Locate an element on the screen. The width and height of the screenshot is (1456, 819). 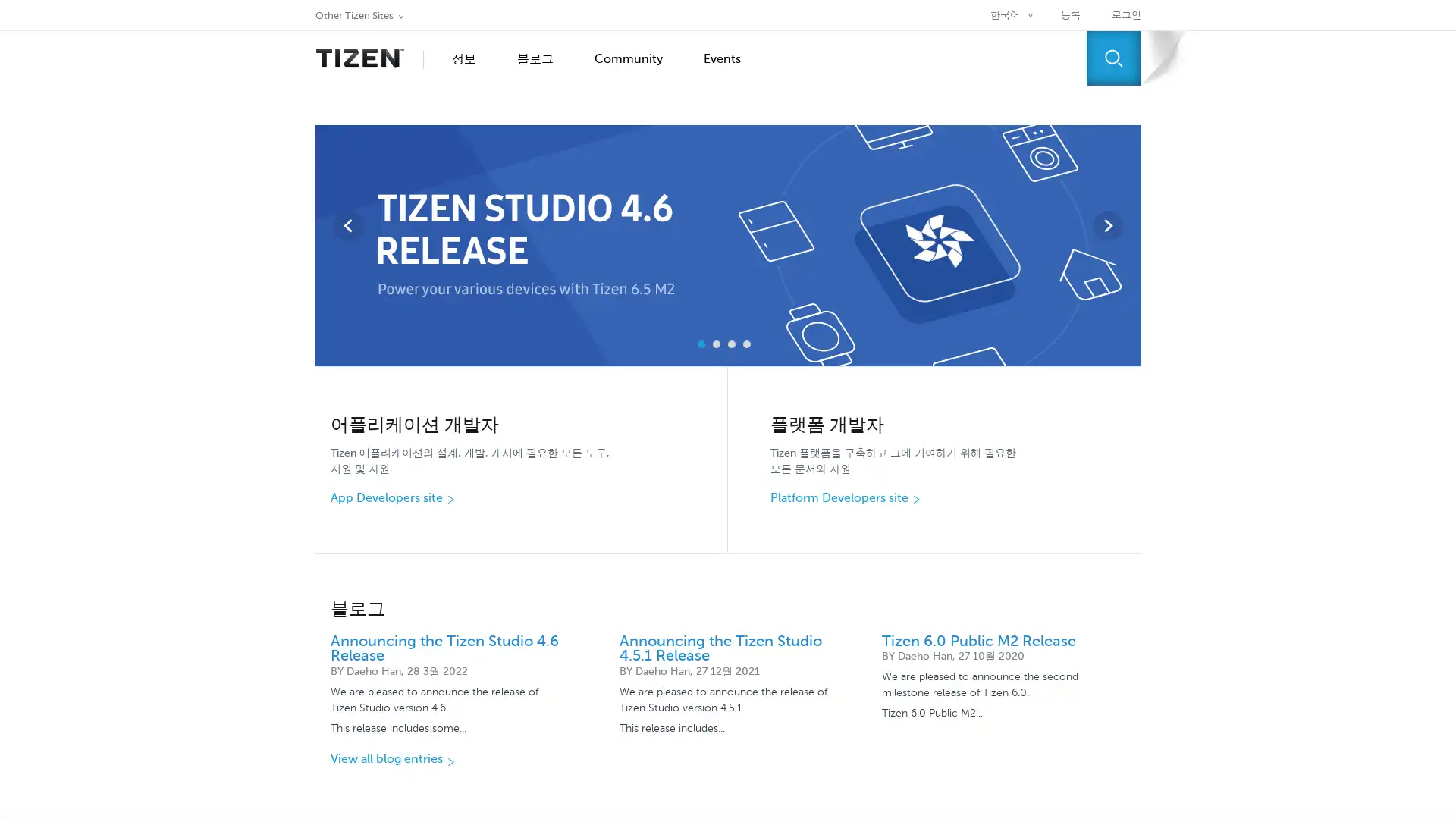
4 is located at coordinates (746, 344).